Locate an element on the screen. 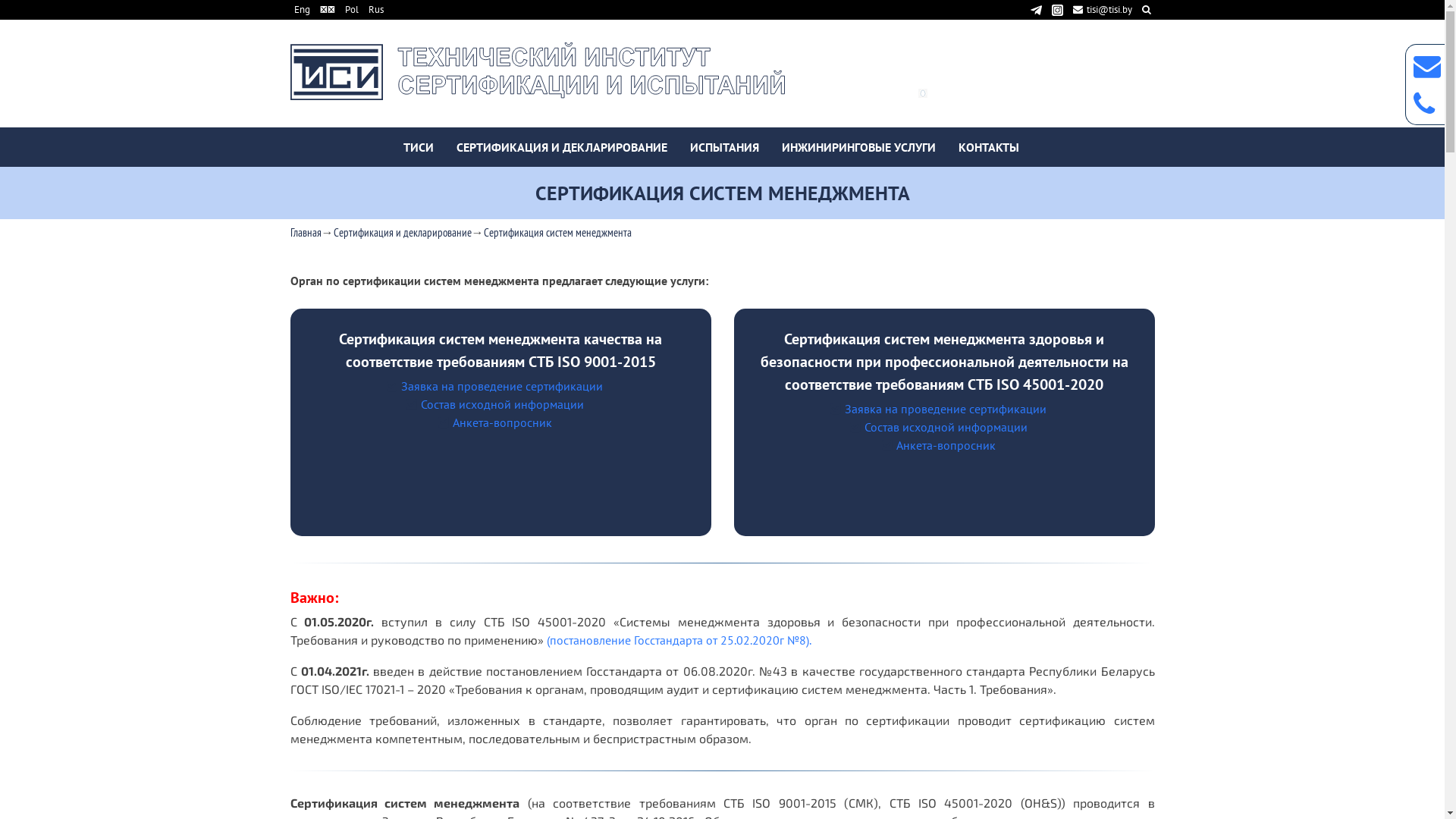 This screenshot has width=1456, height=819. '(+375 29) 623-38-98' is located at coordinates (985, 73).